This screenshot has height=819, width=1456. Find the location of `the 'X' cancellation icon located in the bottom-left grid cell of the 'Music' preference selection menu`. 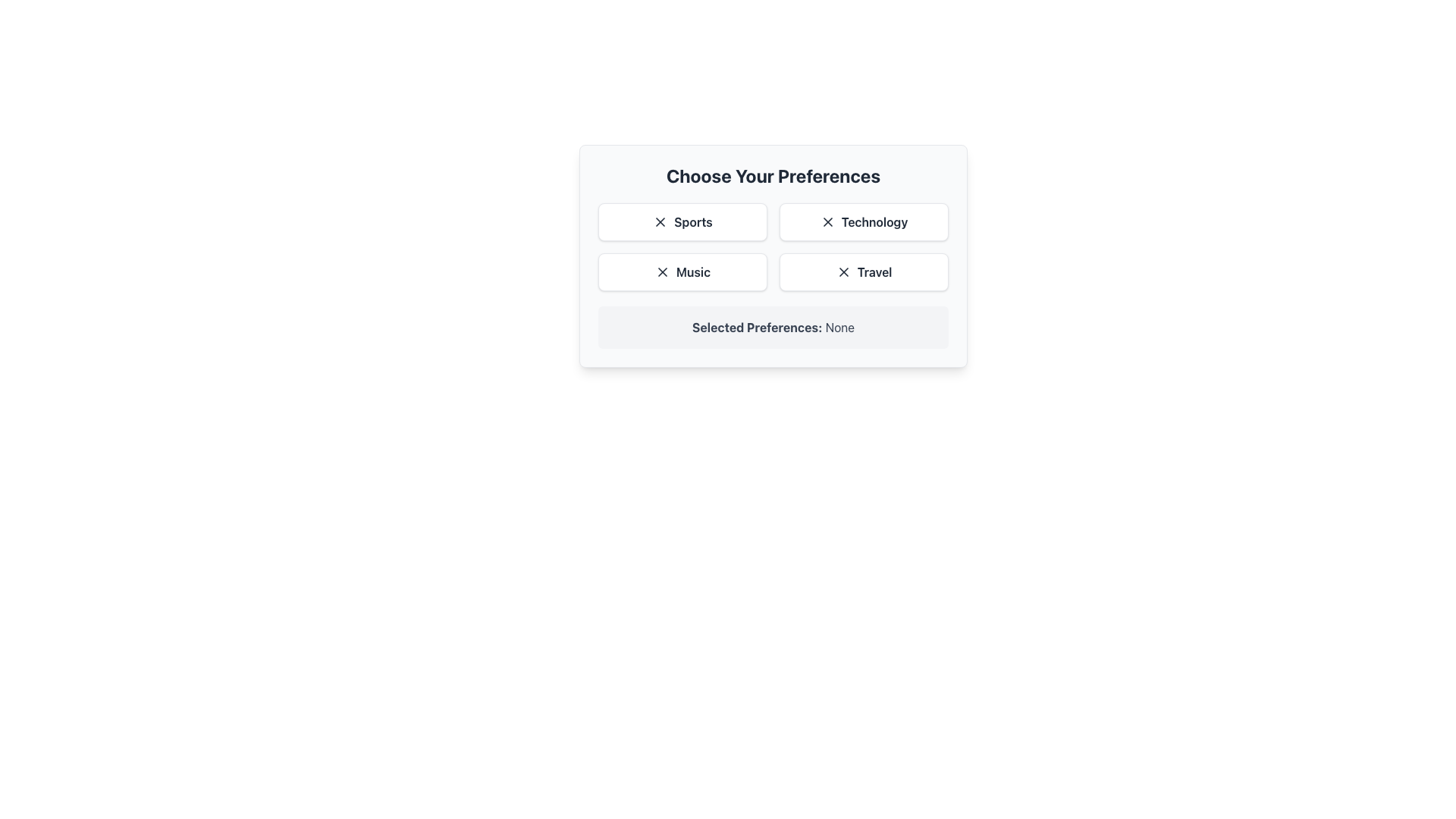

the 'X' cancellation icon located in the bottom-left grid cell of the 'Music' preference selection menu is located at coordinates (662, 271).